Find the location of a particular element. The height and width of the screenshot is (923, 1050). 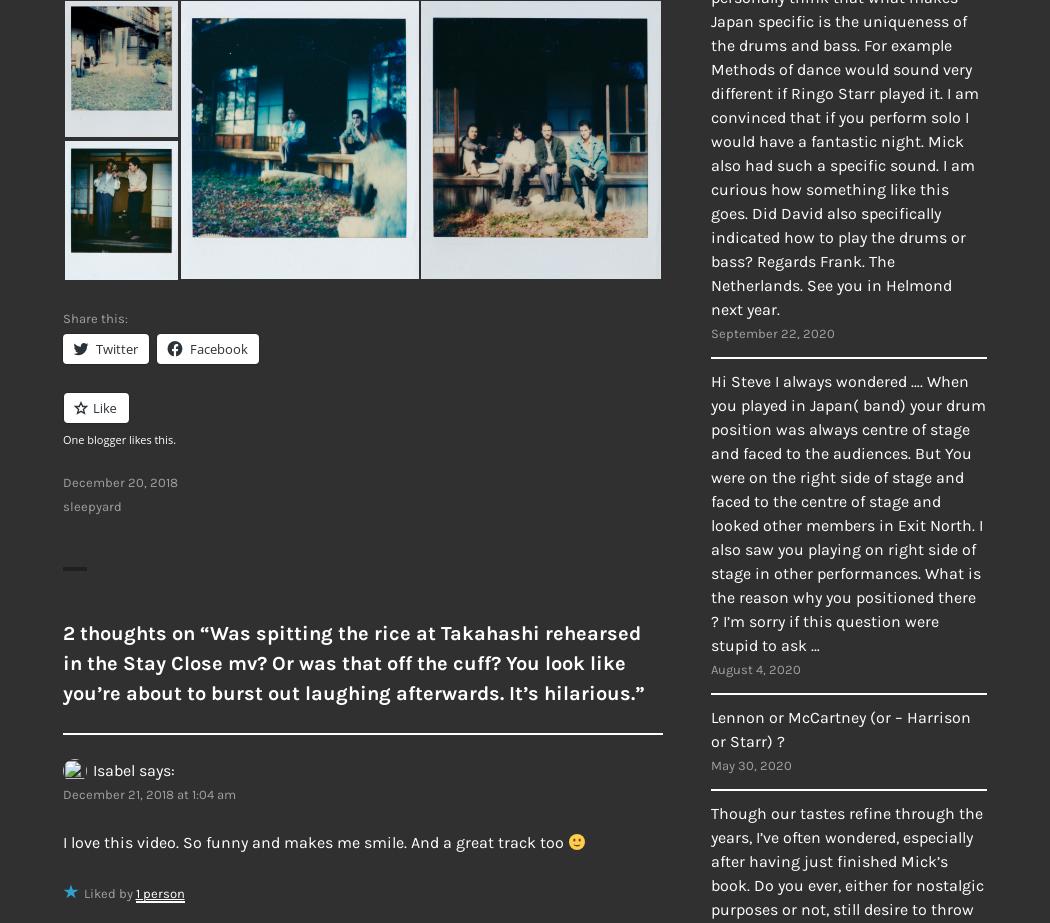

'September 22, 2020' is located at coordinates (710, 333).